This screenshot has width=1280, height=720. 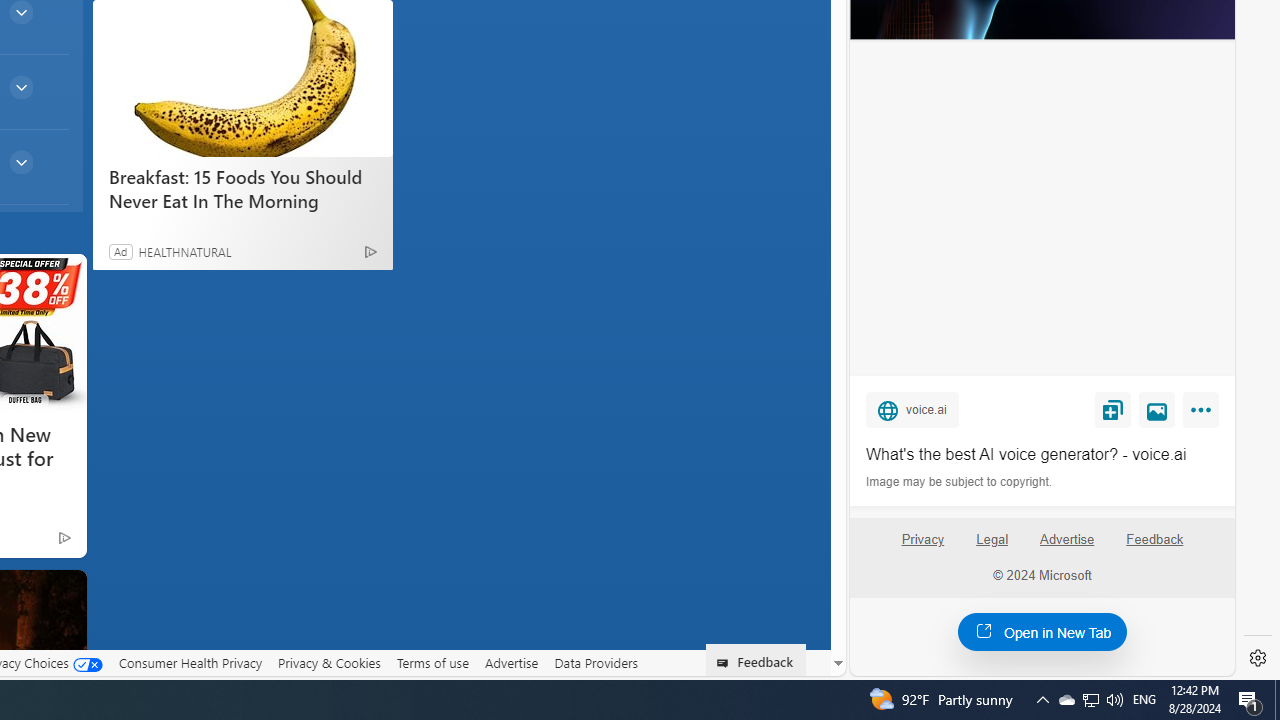 I want to click on 'Privacy', so click(x=921, y=547).